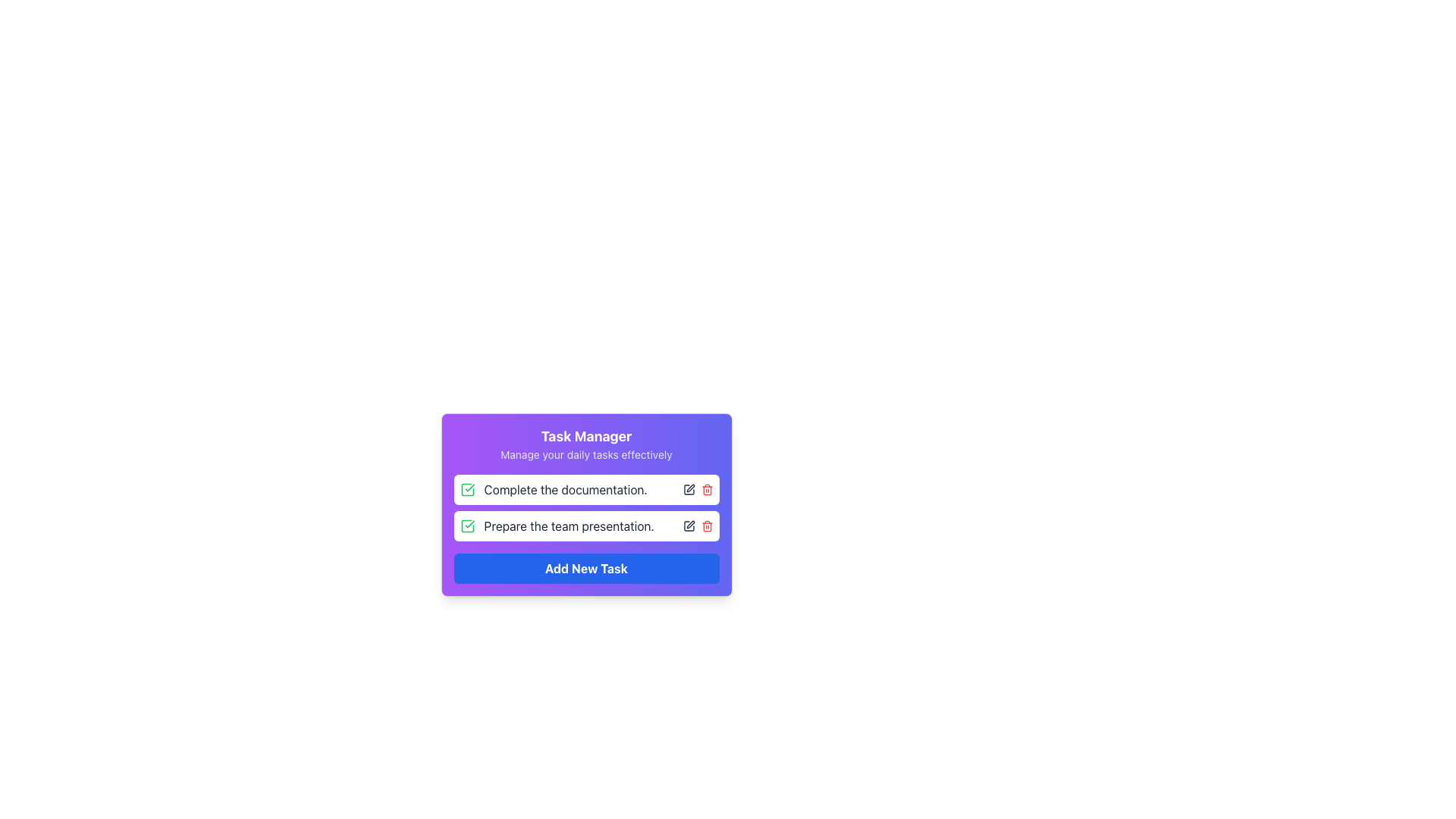 This screenshot has width=1456, height=819. What do you see at coordinates (565, 489) in the screenshot?
I see `task description text in the middle section of the task manager interface, specifically within the first task row, where it serves as the main description for the task entry` at bounding box center [565, 489].